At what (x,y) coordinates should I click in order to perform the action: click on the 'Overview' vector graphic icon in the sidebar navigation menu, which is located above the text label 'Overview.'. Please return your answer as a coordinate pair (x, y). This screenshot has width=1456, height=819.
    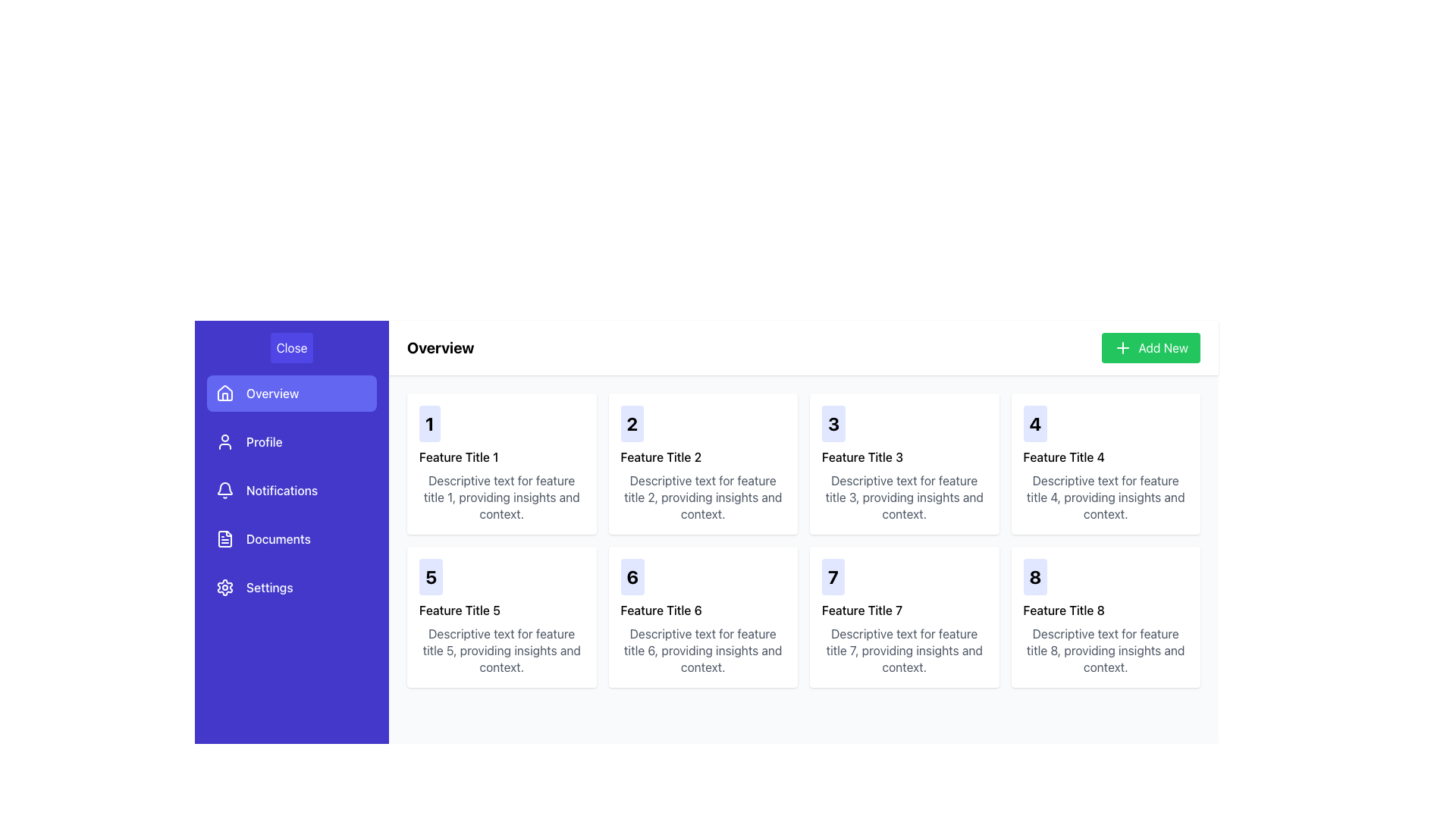
    Looking at the image, I should click on (224, 393).